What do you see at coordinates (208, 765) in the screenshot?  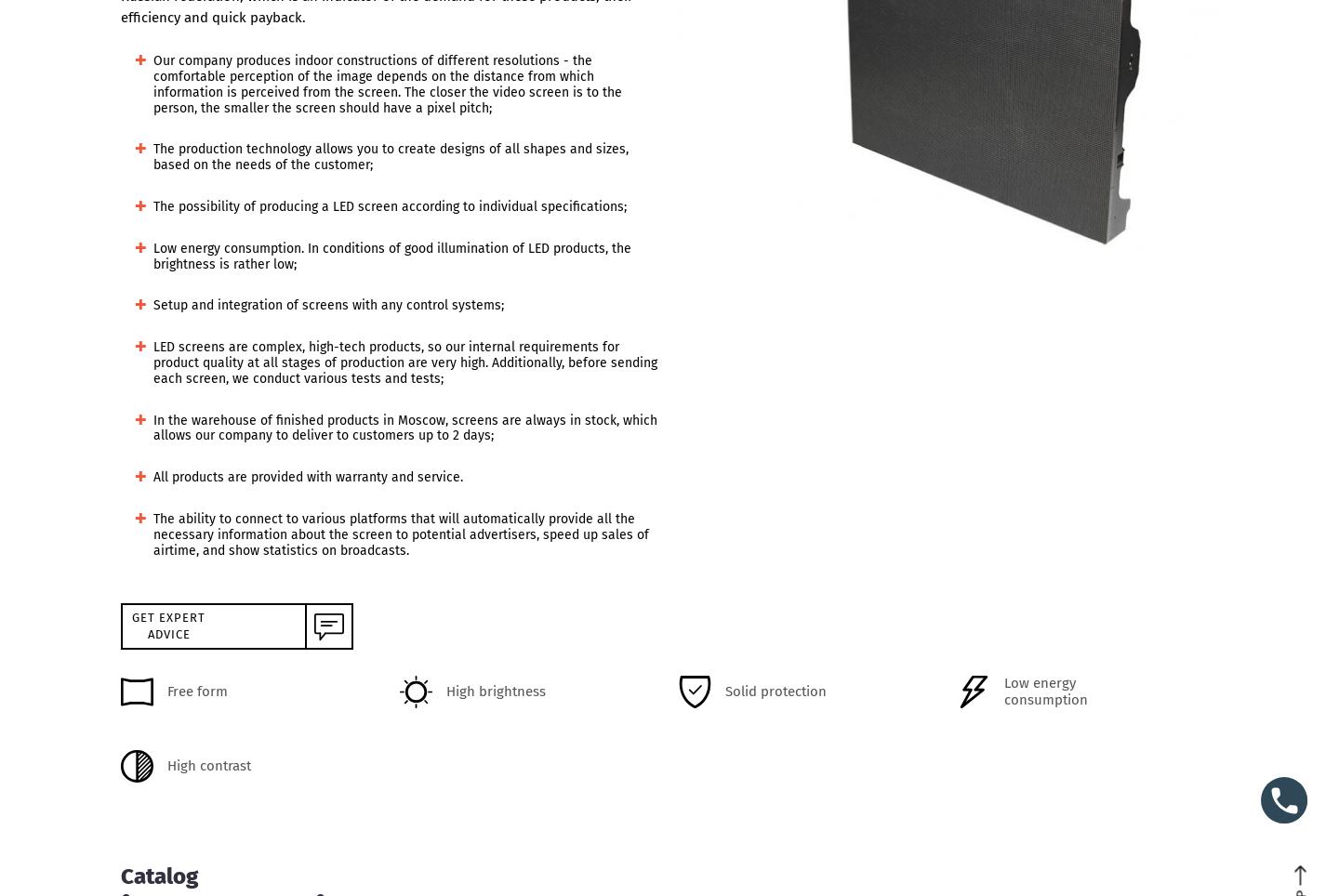 I see `'High contrast'` at bounding box center [208, 765].